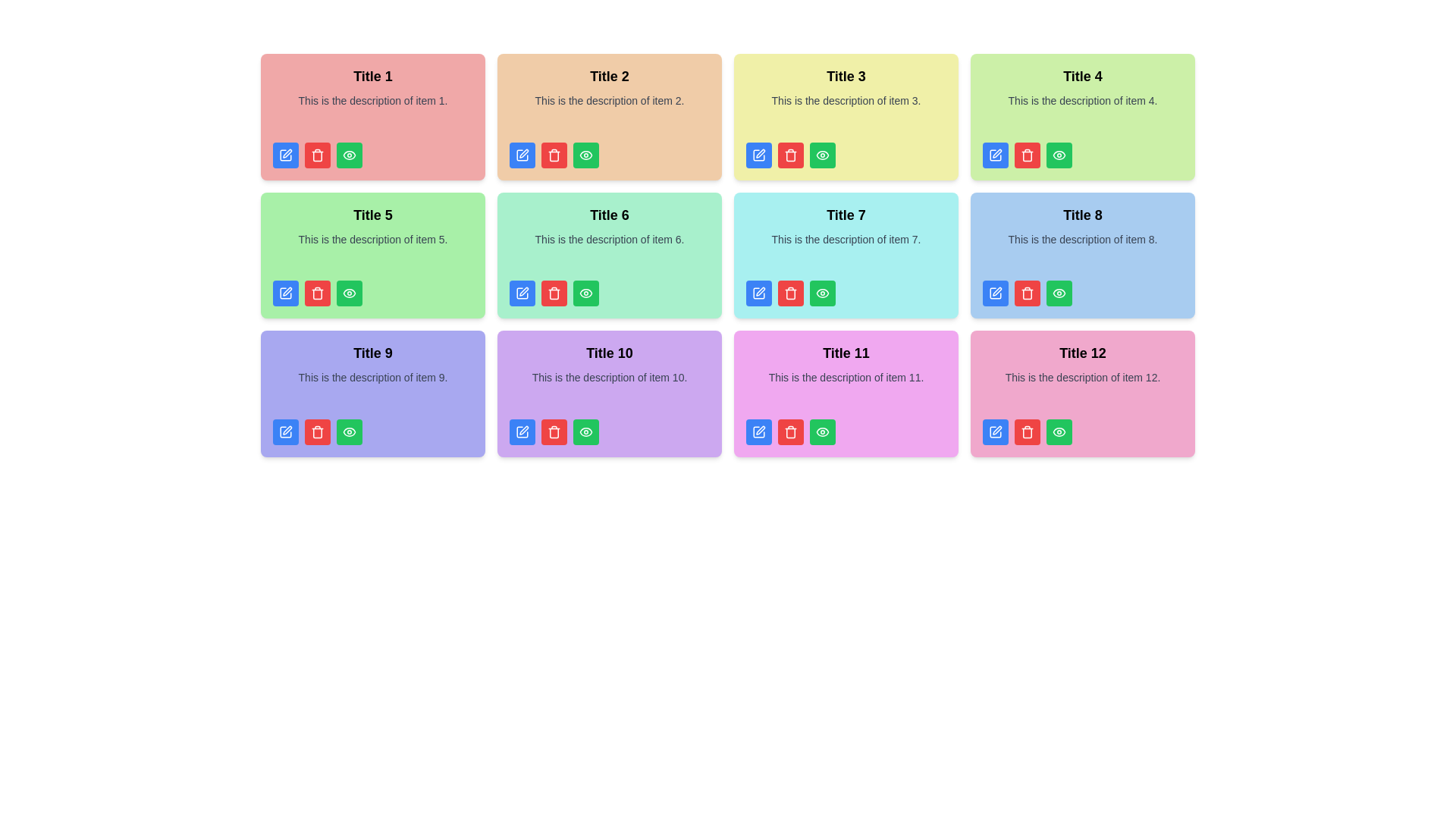  Describe the element at coordinates (789, 155) in the screenshot. I see `the red button with a trash icon located in the middle of three buttons under 'Title 3'` at that location.